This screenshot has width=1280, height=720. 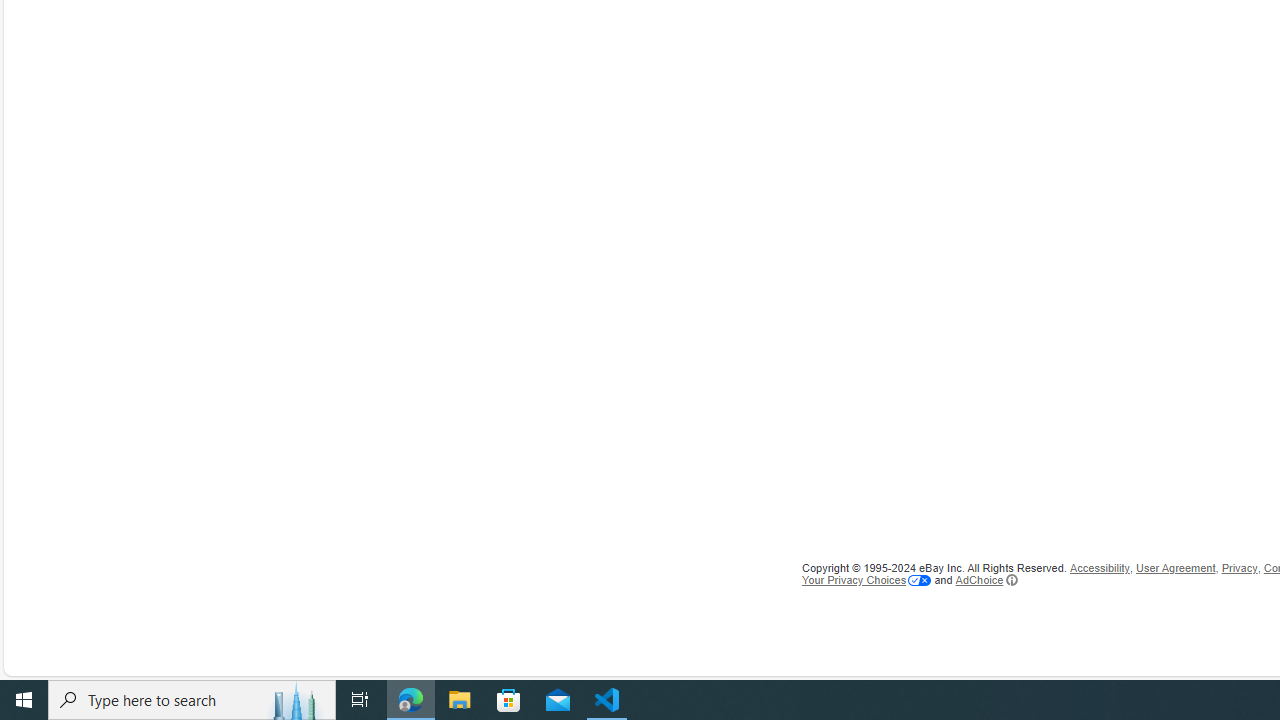 What do you see at coordinates (1098, 568) in the screenshot?
I see `'Accessibility'` at bounding box center [1098, 568].